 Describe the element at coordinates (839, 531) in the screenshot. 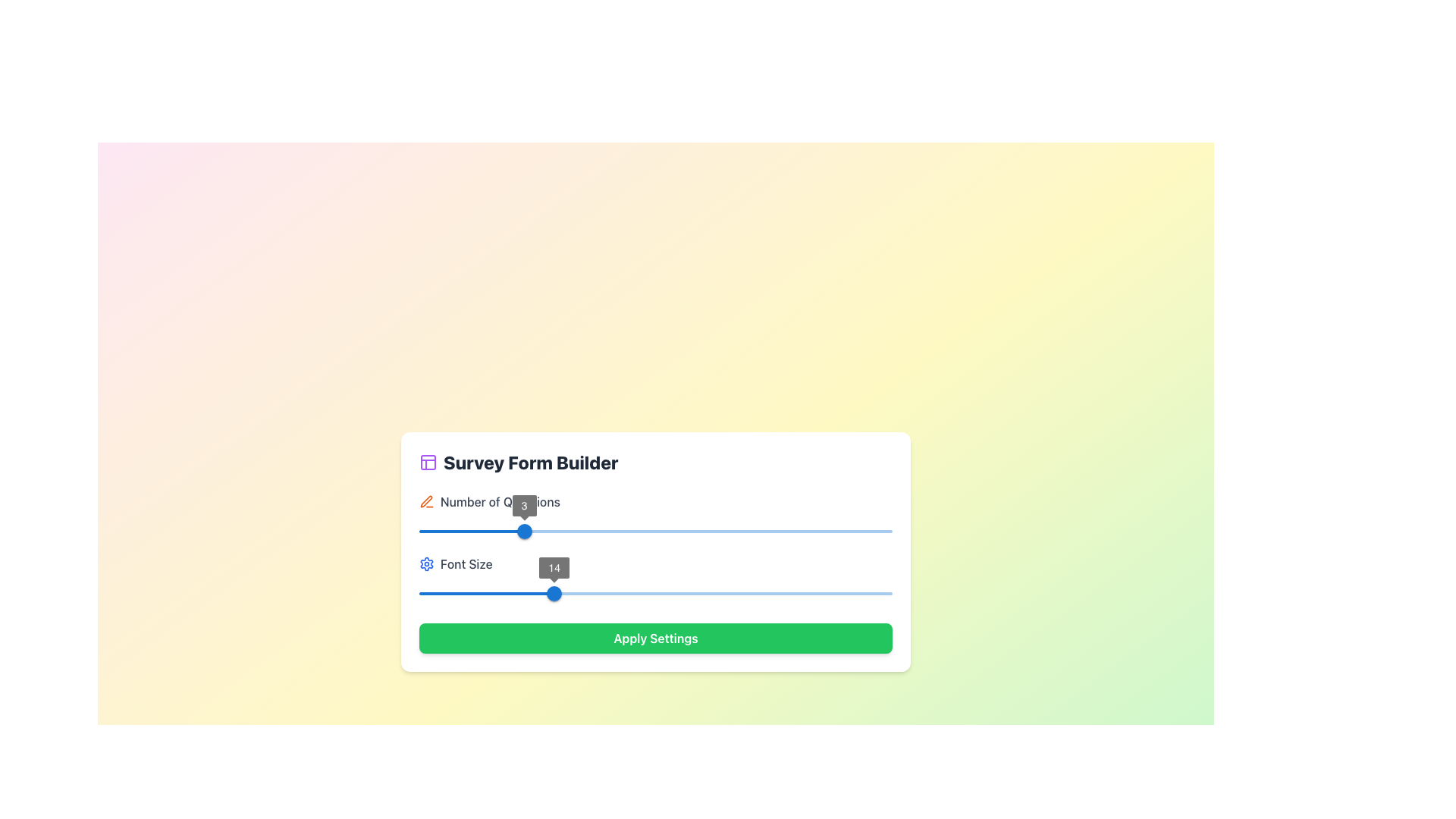

I see `the number of questions` at that location.